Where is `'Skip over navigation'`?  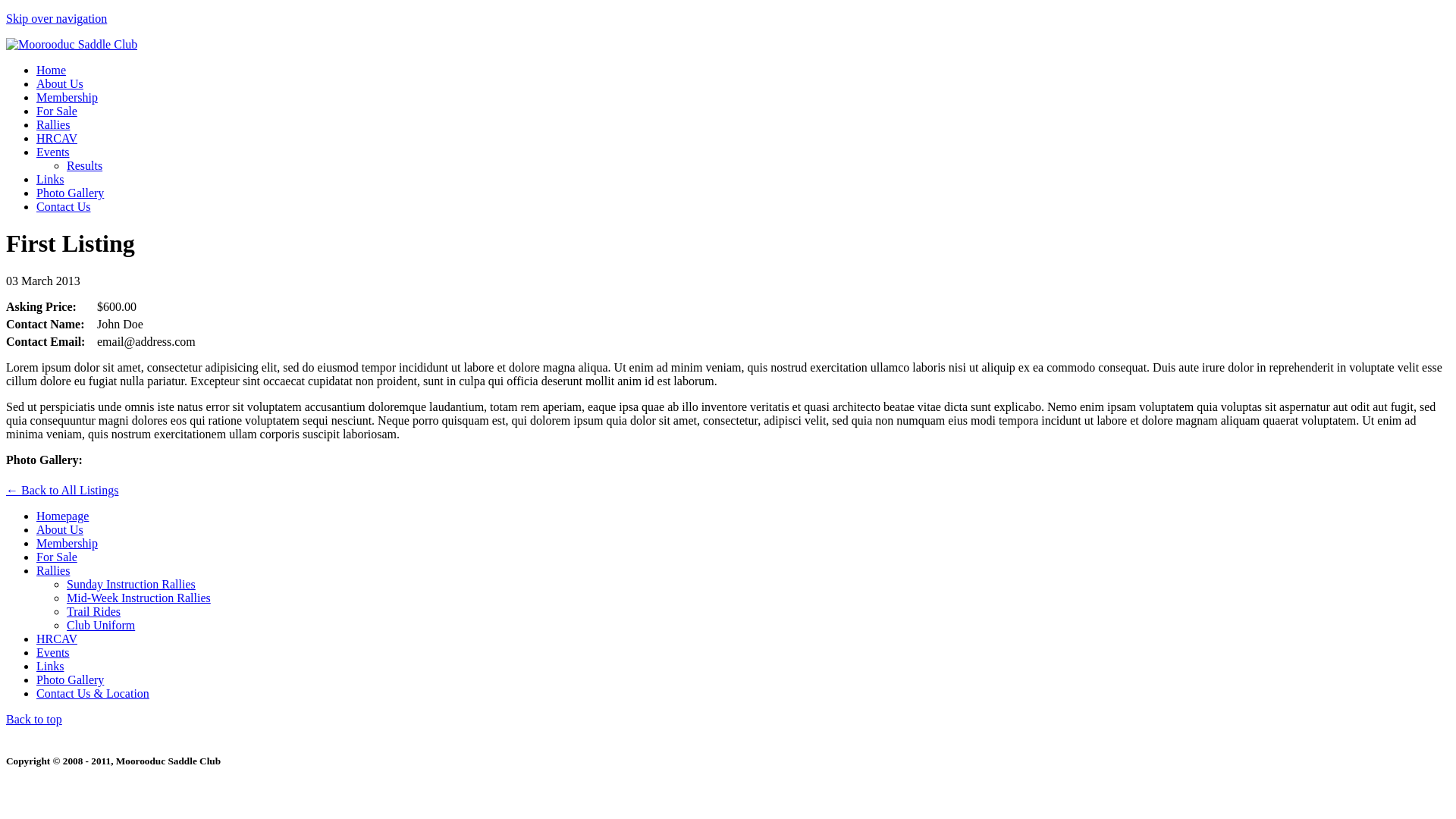
'Skip over navigation' is located at coordinates (56, 18).